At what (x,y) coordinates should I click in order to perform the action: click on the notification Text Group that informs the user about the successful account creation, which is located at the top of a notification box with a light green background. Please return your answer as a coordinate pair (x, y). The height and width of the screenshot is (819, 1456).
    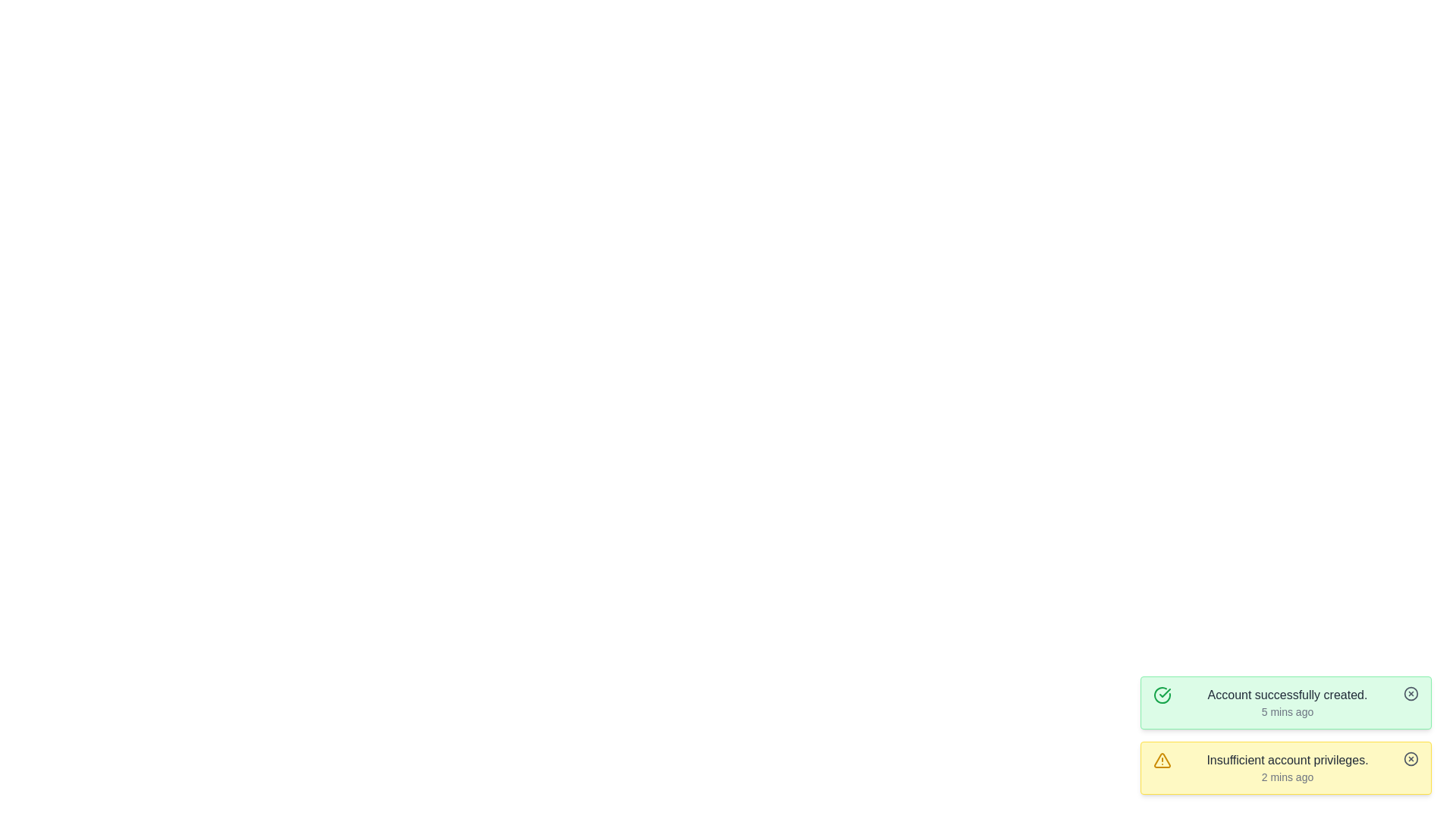
    Looking at the image, I should click on (1287, 702).